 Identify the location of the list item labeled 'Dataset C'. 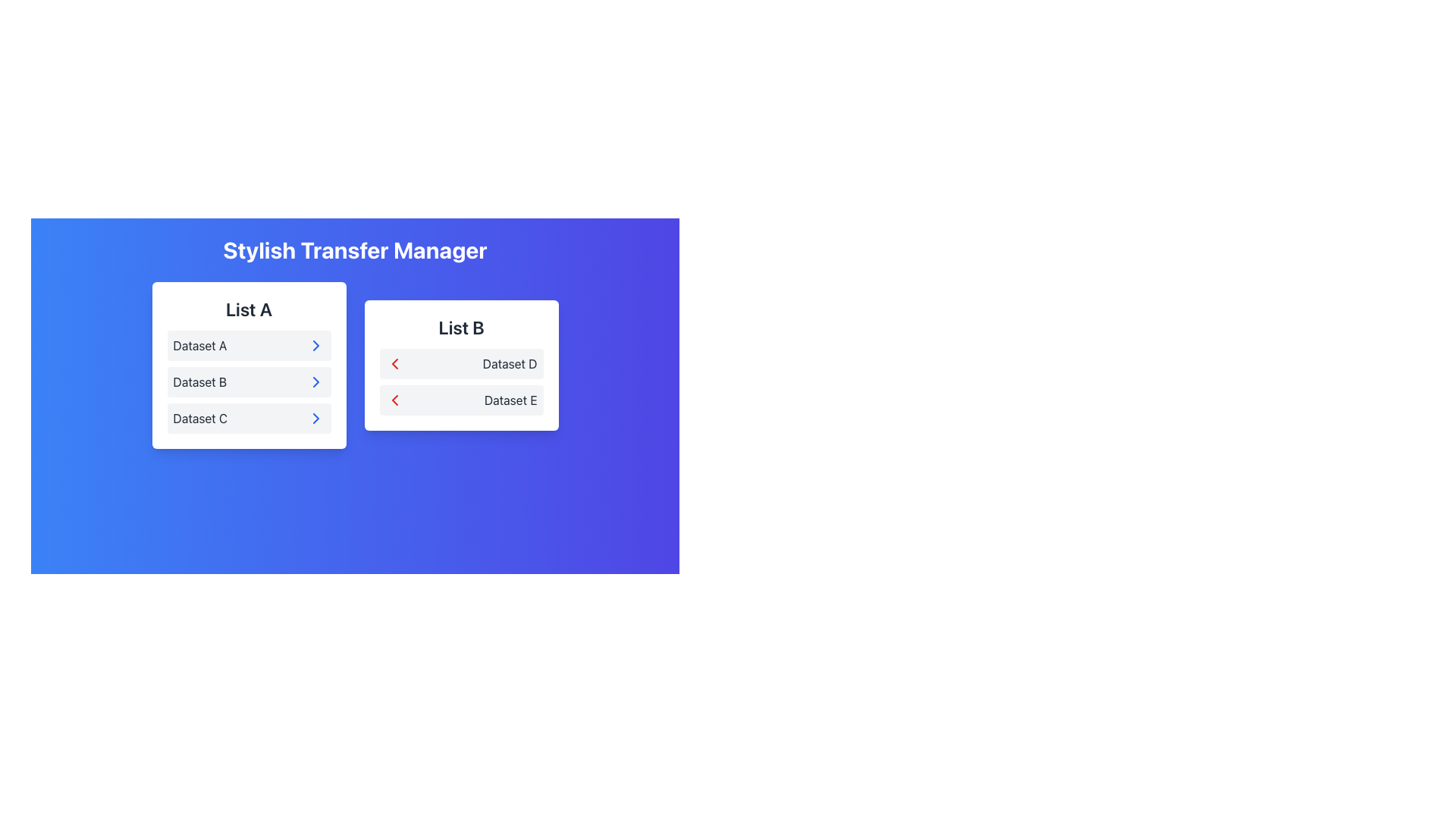
(249, 418).